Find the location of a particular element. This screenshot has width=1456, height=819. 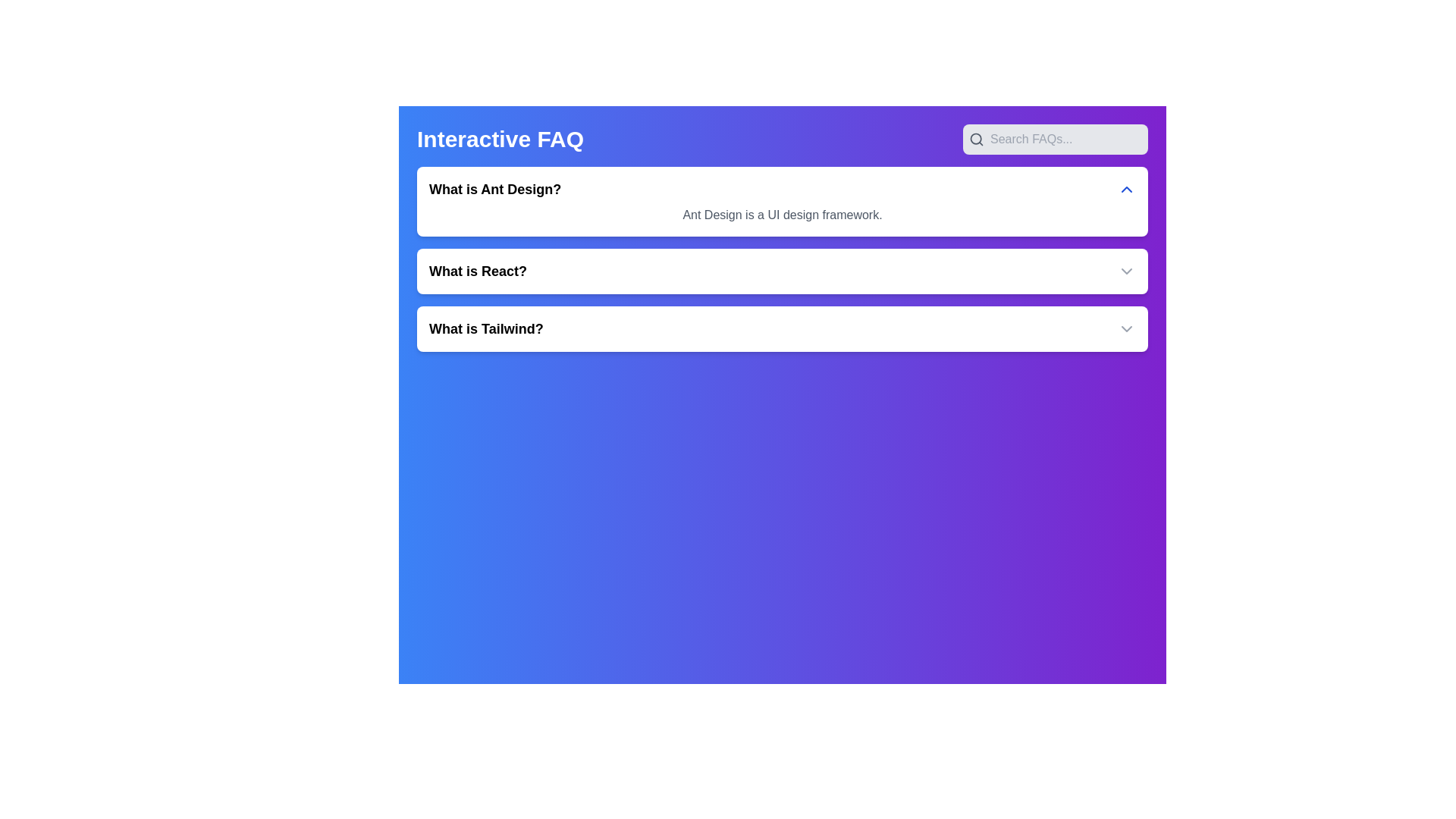

the upward-pointing blue chevron icon located in the header of the first FAQ item titled 'What is Ant Design?' is located at coordinates (1127, 189).